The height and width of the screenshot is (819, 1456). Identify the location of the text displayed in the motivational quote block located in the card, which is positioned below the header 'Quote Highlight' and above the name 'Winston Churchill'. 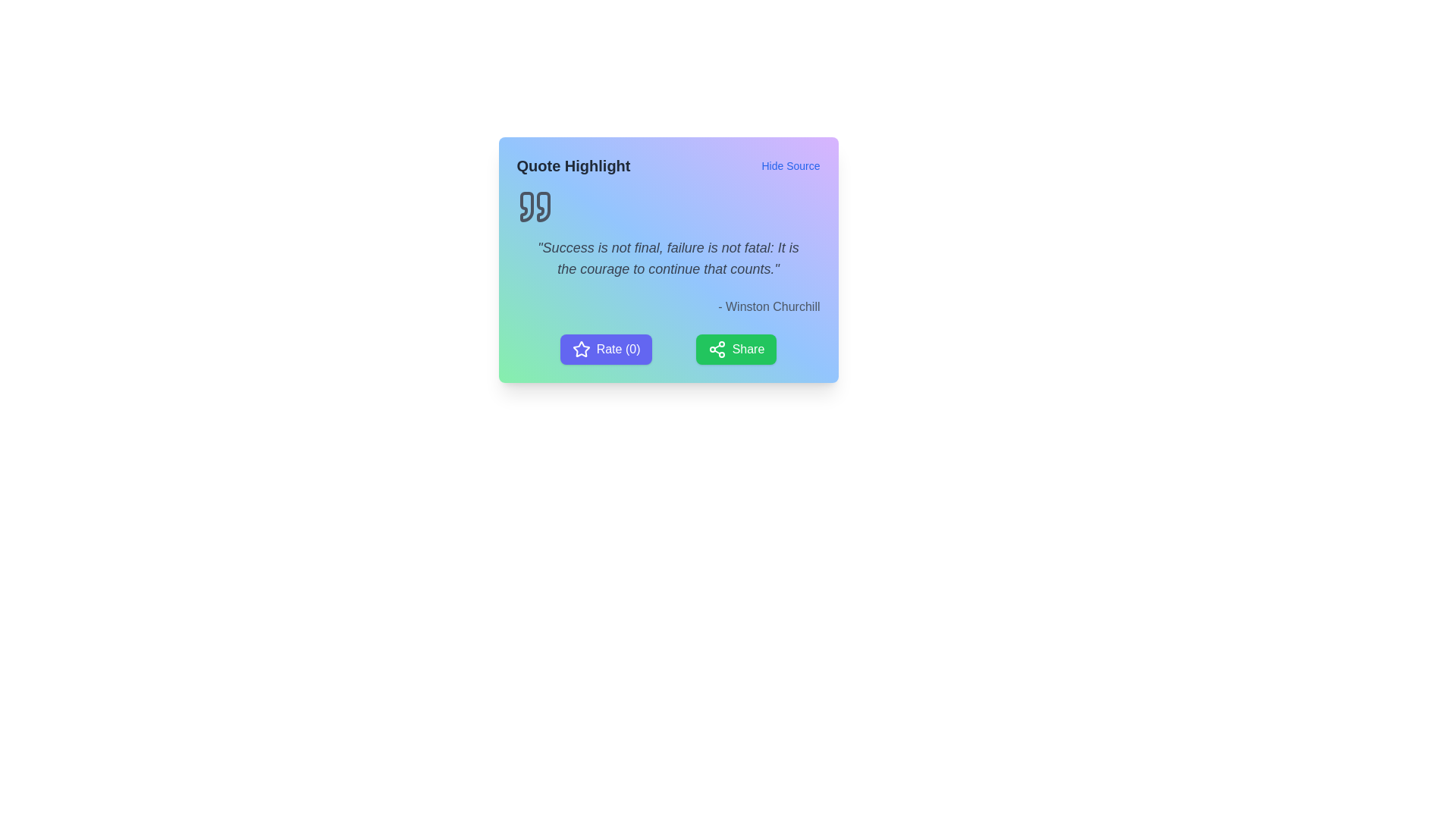
(667, 251).